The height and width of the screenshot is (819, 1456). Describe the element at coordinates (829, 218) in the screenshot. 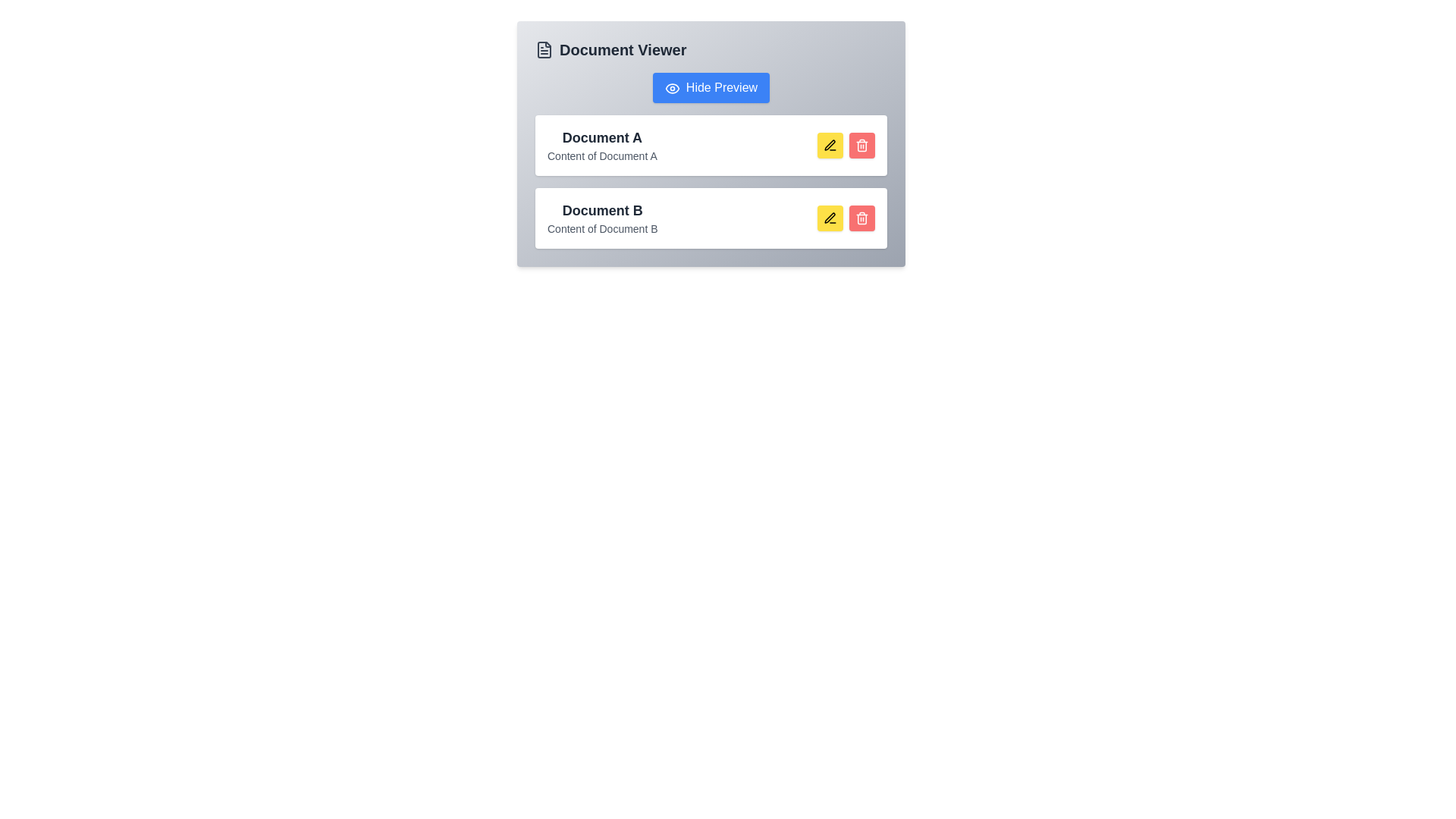

I see `the pen icon located inside a yellow rounded rectangle beside the text 'Document A' to initiate editing` at that location.